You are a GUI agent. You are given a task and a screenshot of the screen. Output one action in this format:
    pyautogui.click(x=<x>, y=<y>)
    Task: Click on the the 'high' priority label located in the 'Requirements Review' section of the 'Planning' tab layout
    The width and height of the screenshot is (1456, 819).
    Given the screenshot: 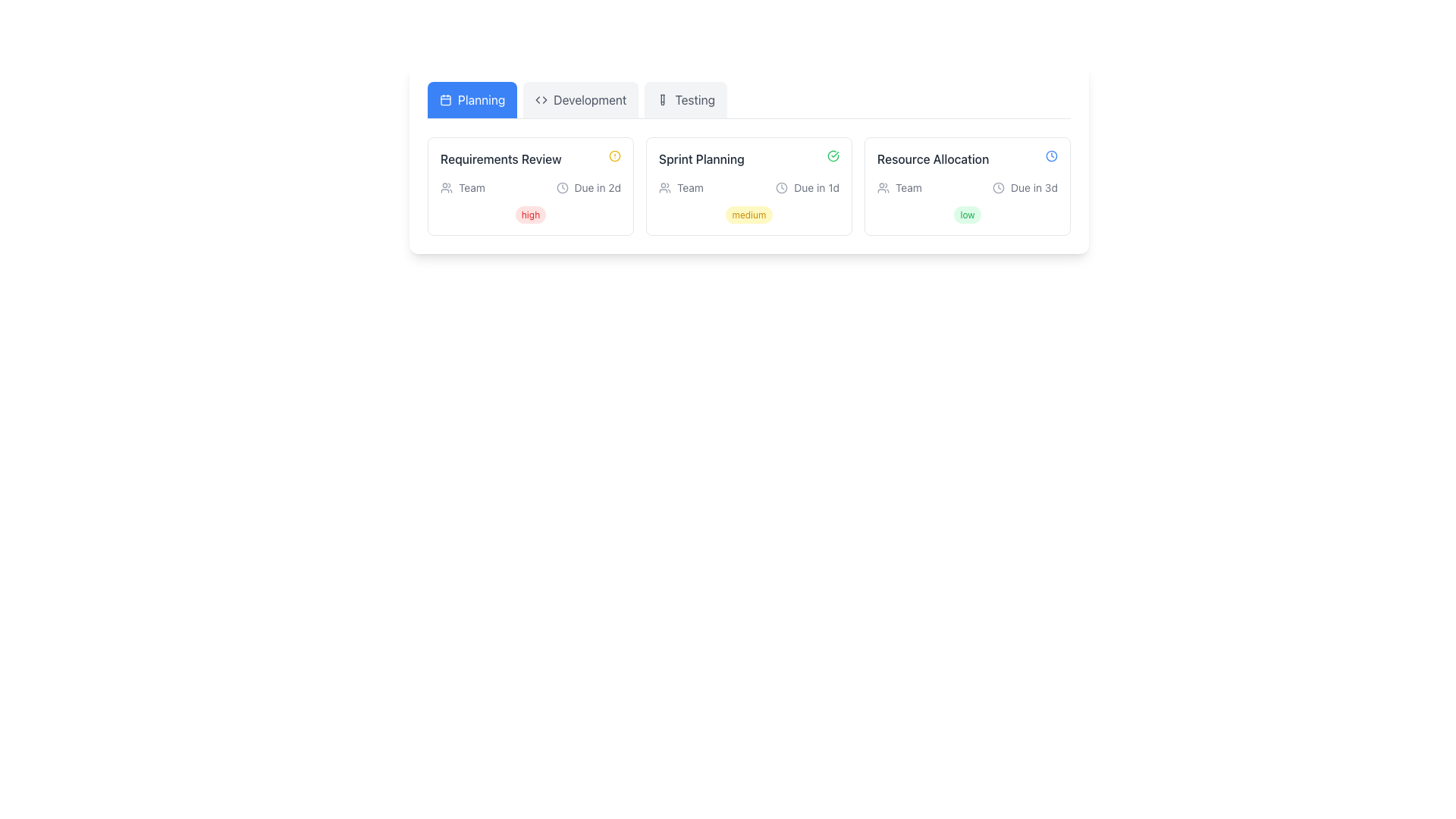 What is the action you would take?
    pyautogui.click(x=531, y=215)
    